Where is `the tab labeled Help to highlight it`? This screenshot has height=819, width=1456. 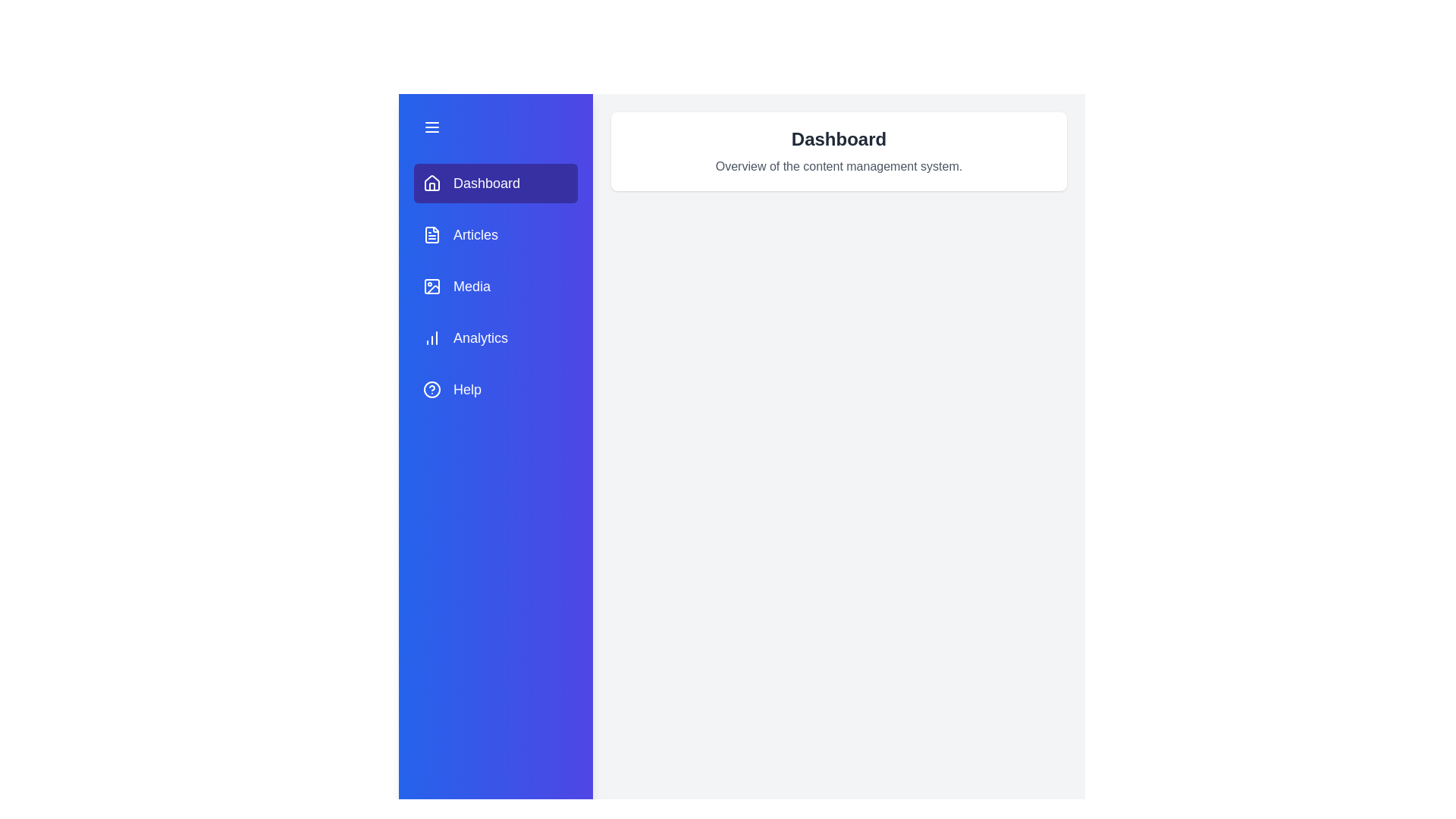 the tab labeled Help to highlight it is located at coordinates (495, 388).